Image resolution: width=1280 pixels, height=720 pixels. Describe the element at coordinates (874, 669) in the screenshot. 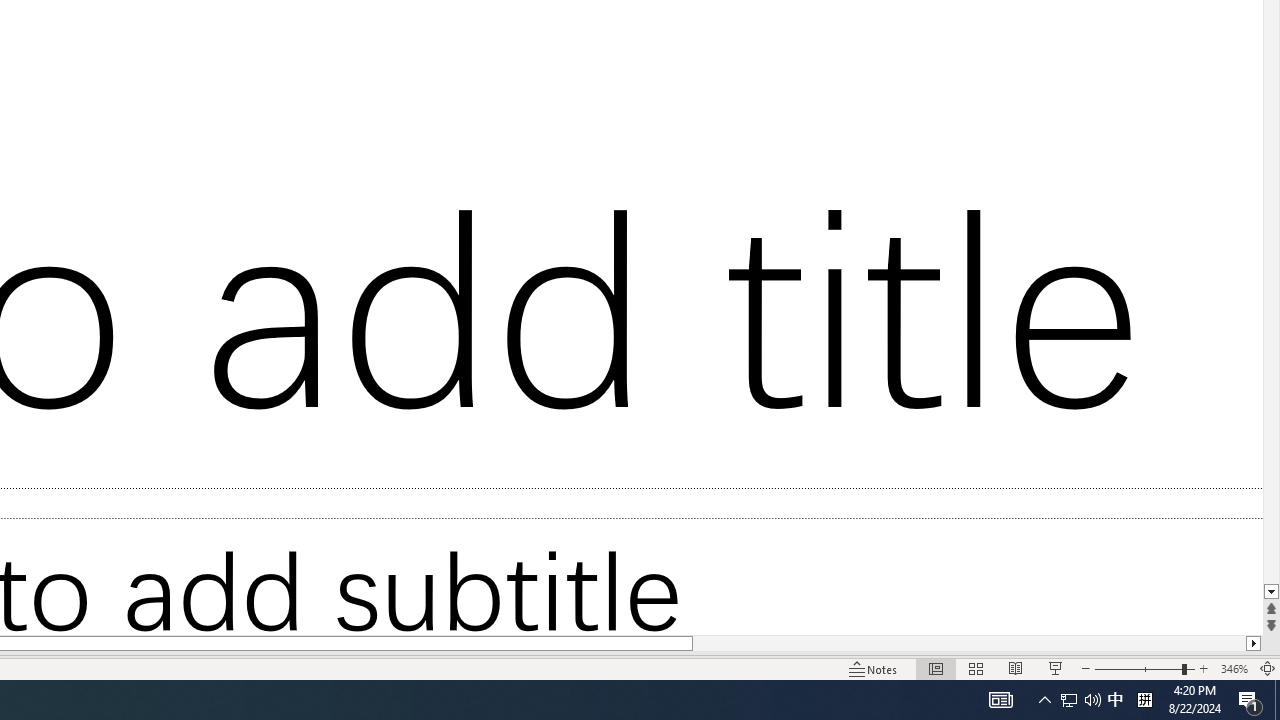

I see `'Notes '` at that location.